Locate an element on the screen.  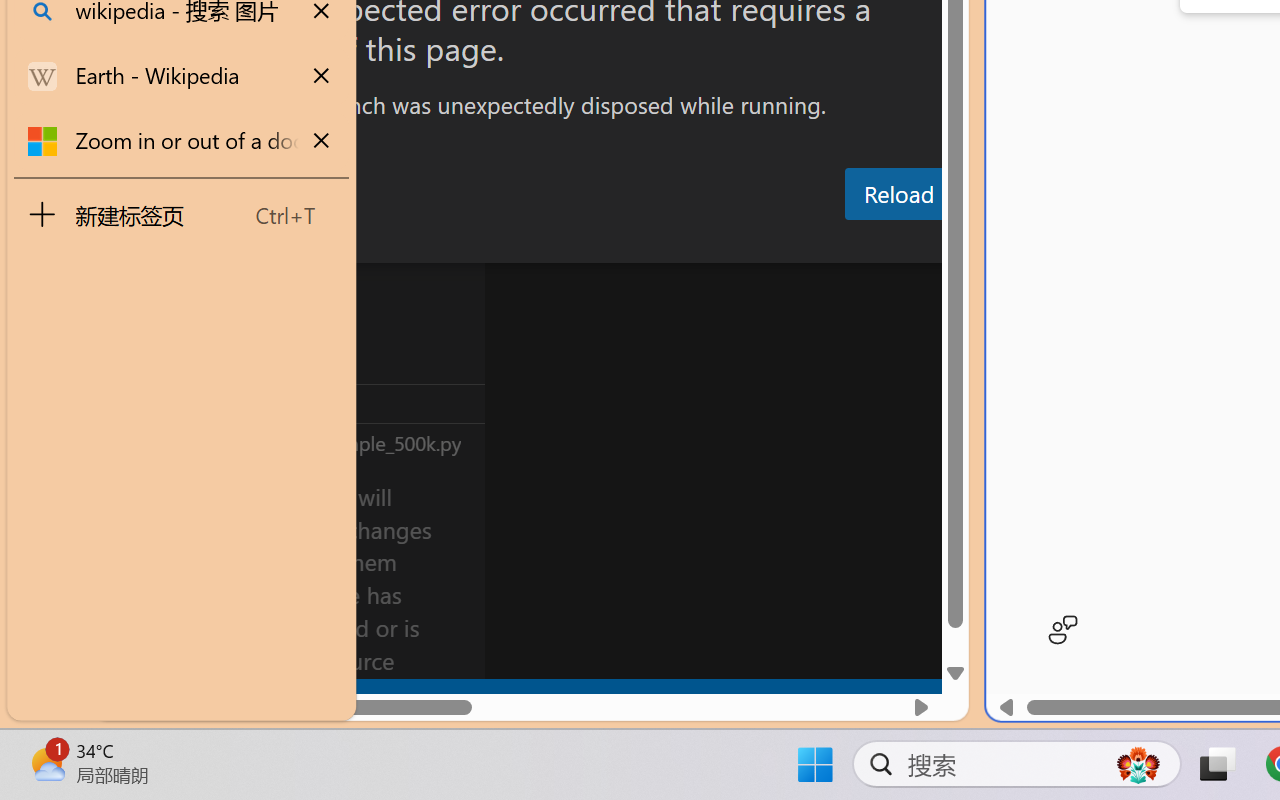
'Accounts - Sign in requested' is located at coordinates (134, 548).